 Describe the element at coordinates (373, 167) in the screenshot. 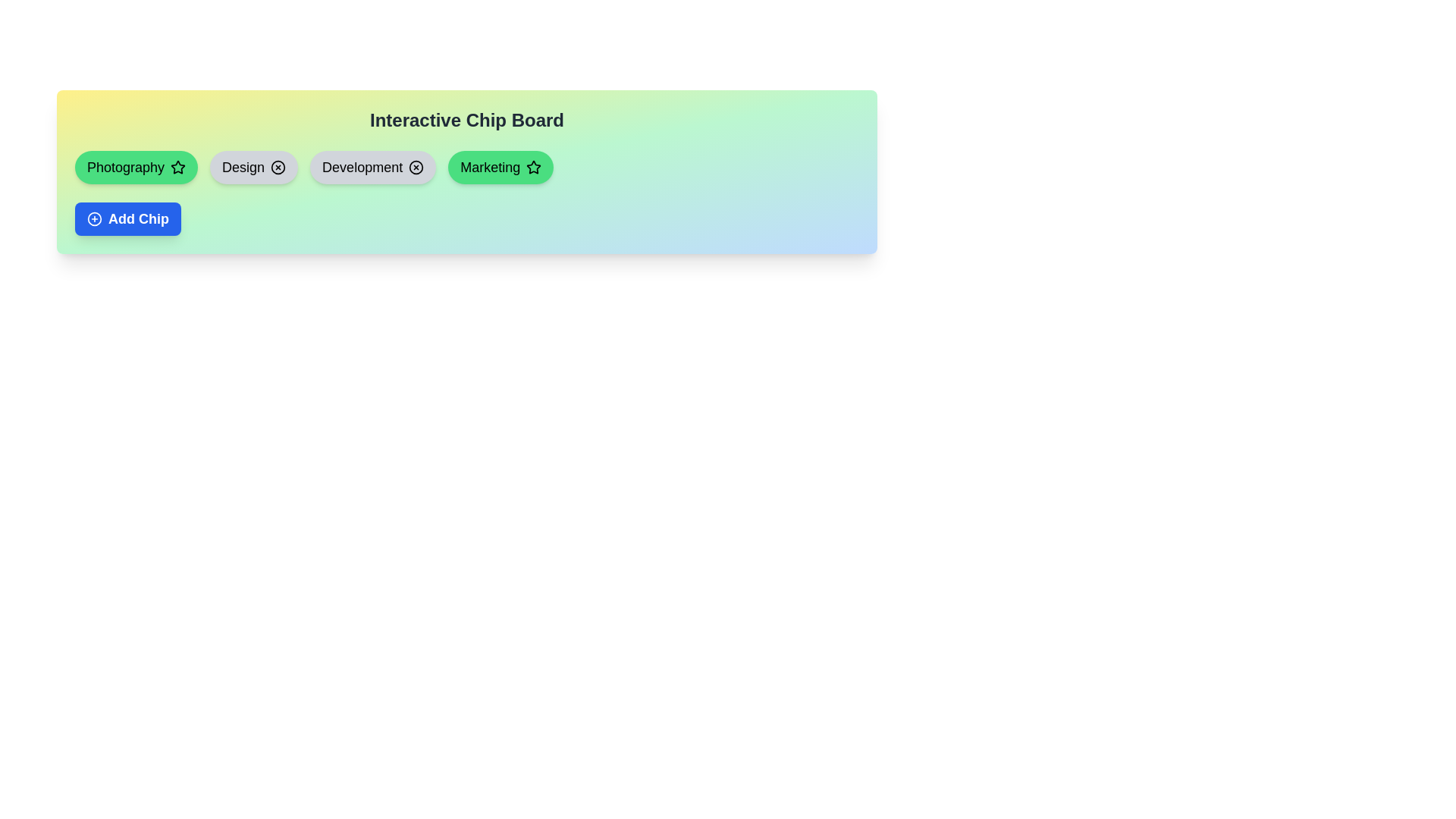

I see `the 'Development' chip component, which is a pill-shaped button with bold black text on a gray background` at that location.